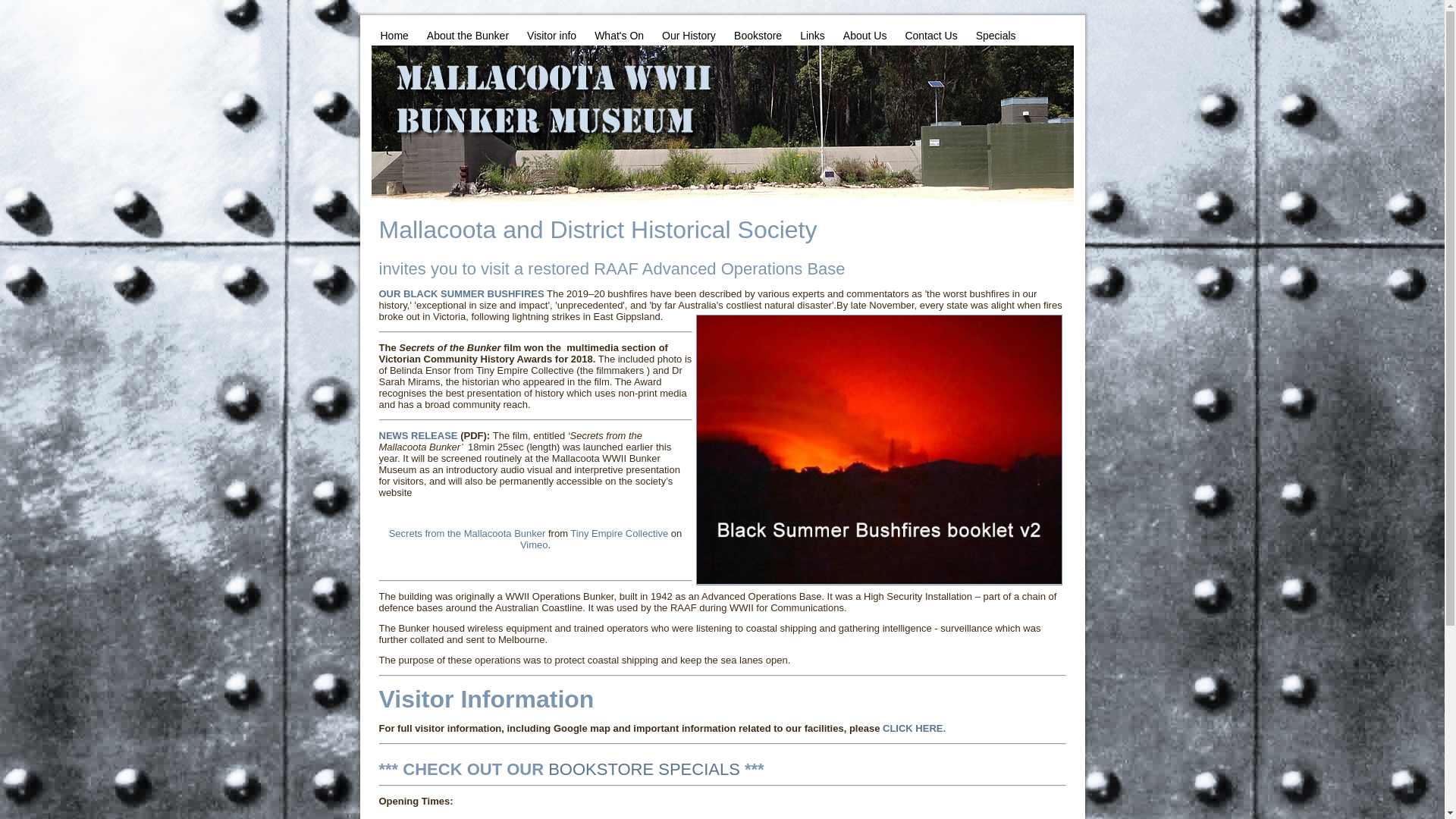  I want to click on 'Visitor info', so click(551, 35).